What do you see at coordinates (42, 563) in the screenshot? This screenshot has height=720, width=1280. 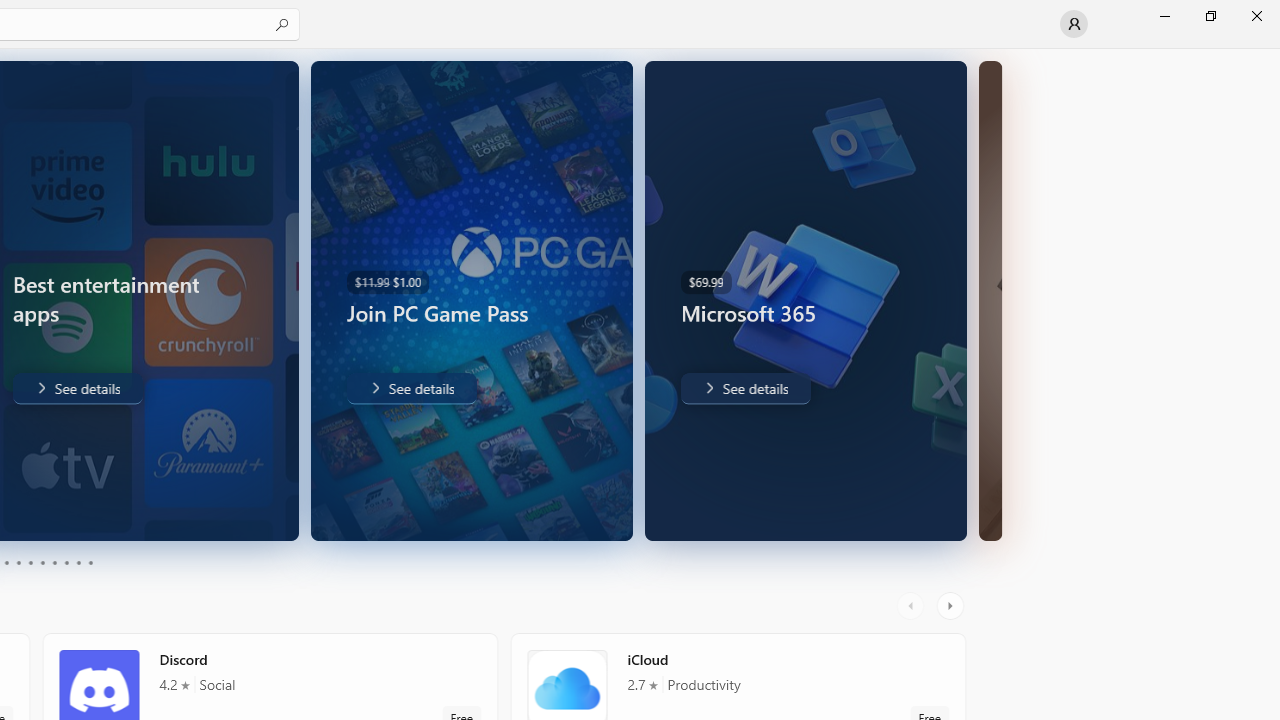 I see `'Page 6'` at bounding box center [42, 563].